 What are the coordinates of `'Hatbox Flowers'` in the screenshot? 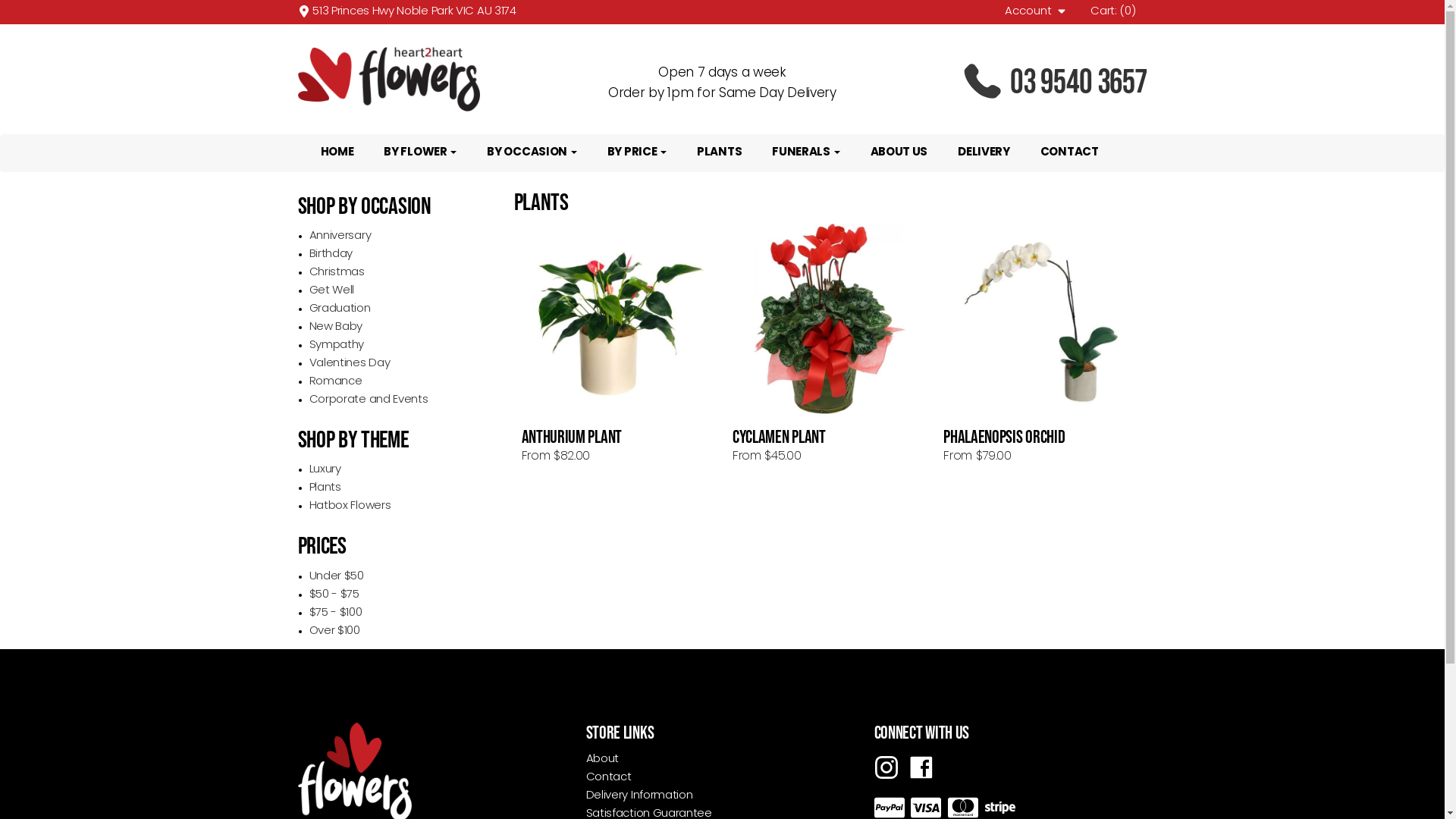 It's located at (349, 506).